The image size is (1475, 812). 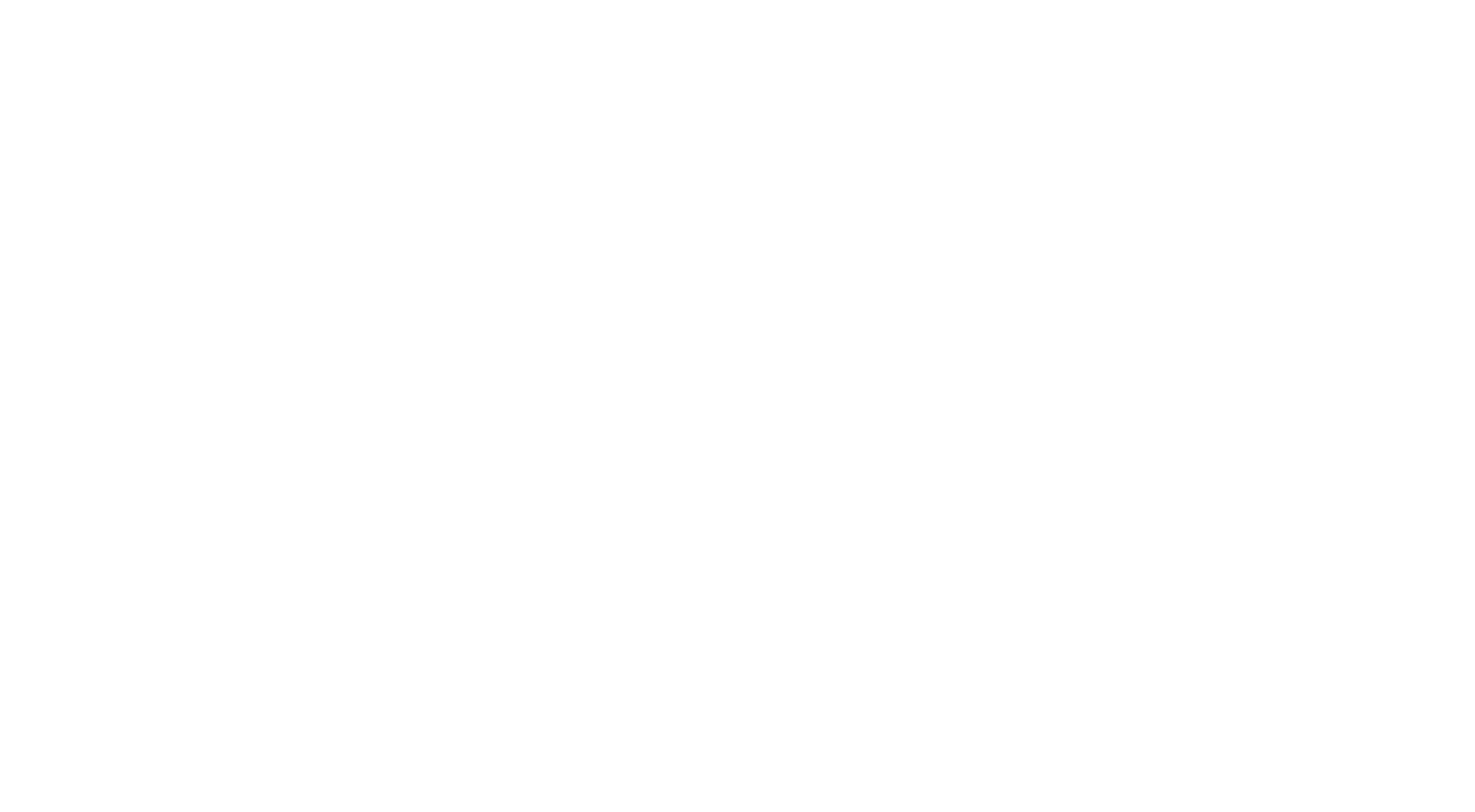 What do you see at coordinates (505, 434) in the screenshot?
I see `'If you know an application of this package, send a message to the'` at bounding box center [505, 434].